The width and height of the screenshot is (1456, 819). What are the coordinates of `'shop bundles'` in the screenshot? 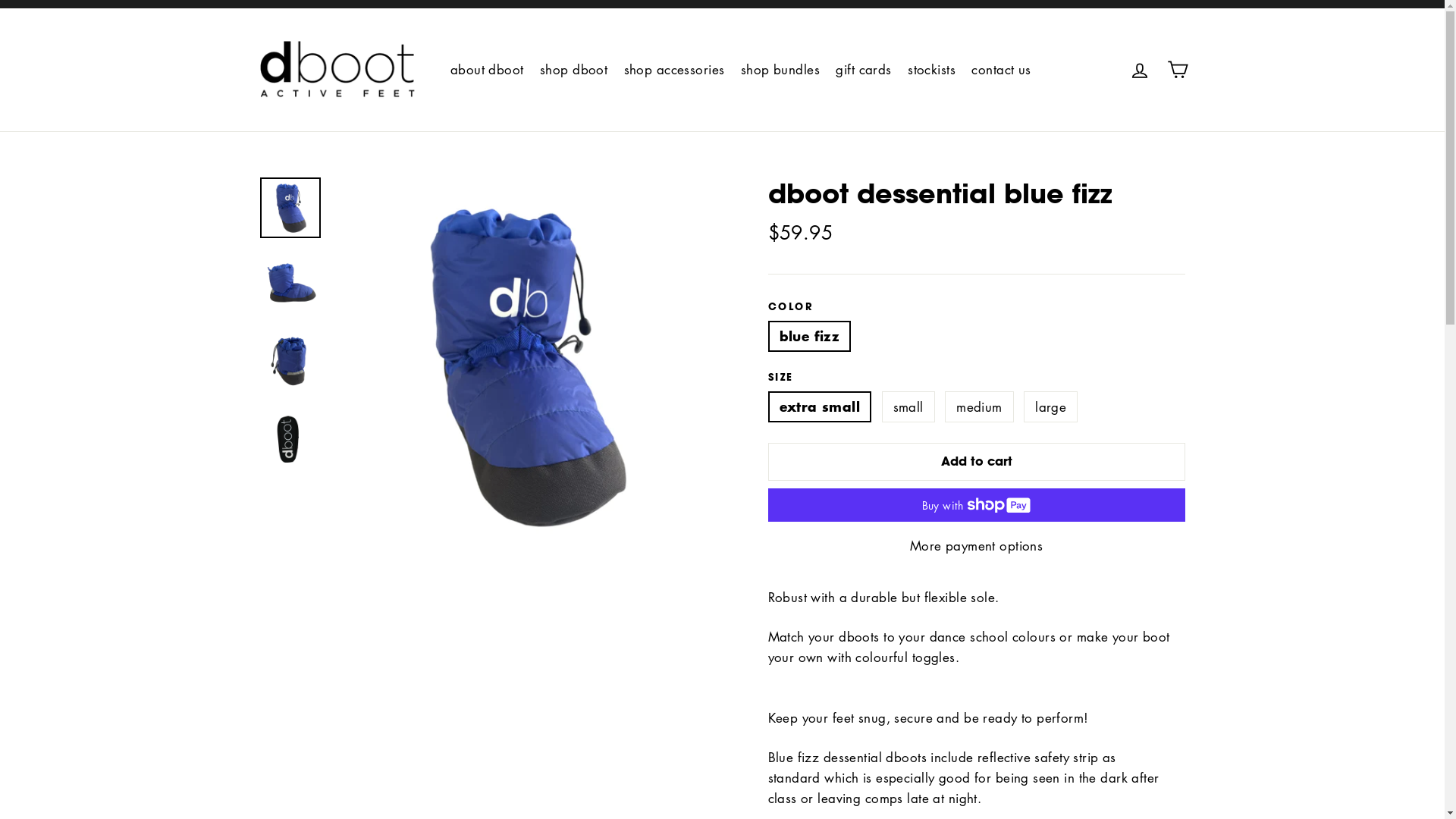 It's located at (780, 70).